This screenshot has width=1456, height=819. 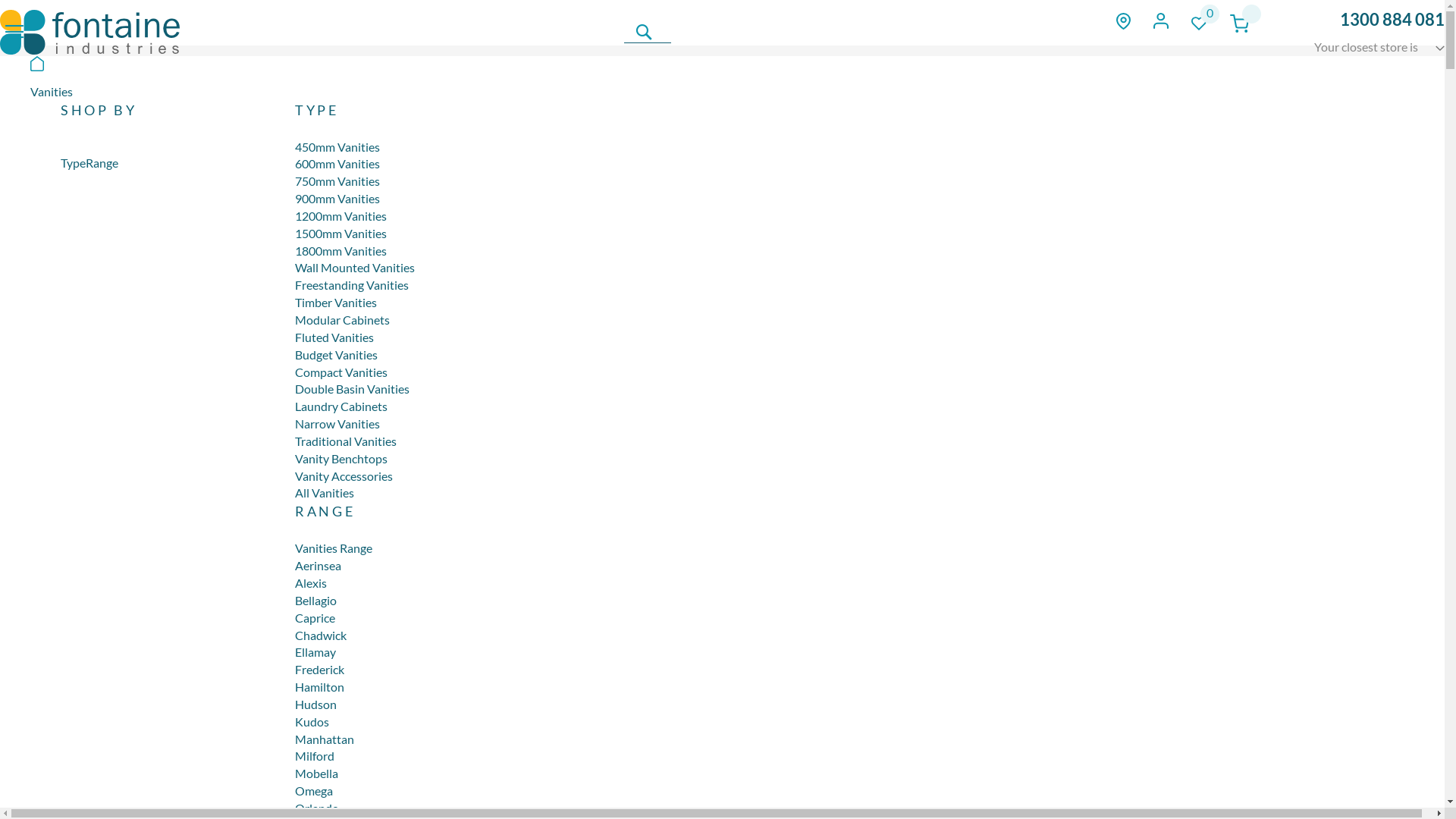 What do you see at coordinates (345, 441) in the screenshot?
I see `'Traditional Vanities'` at bounding box center [345, 441].